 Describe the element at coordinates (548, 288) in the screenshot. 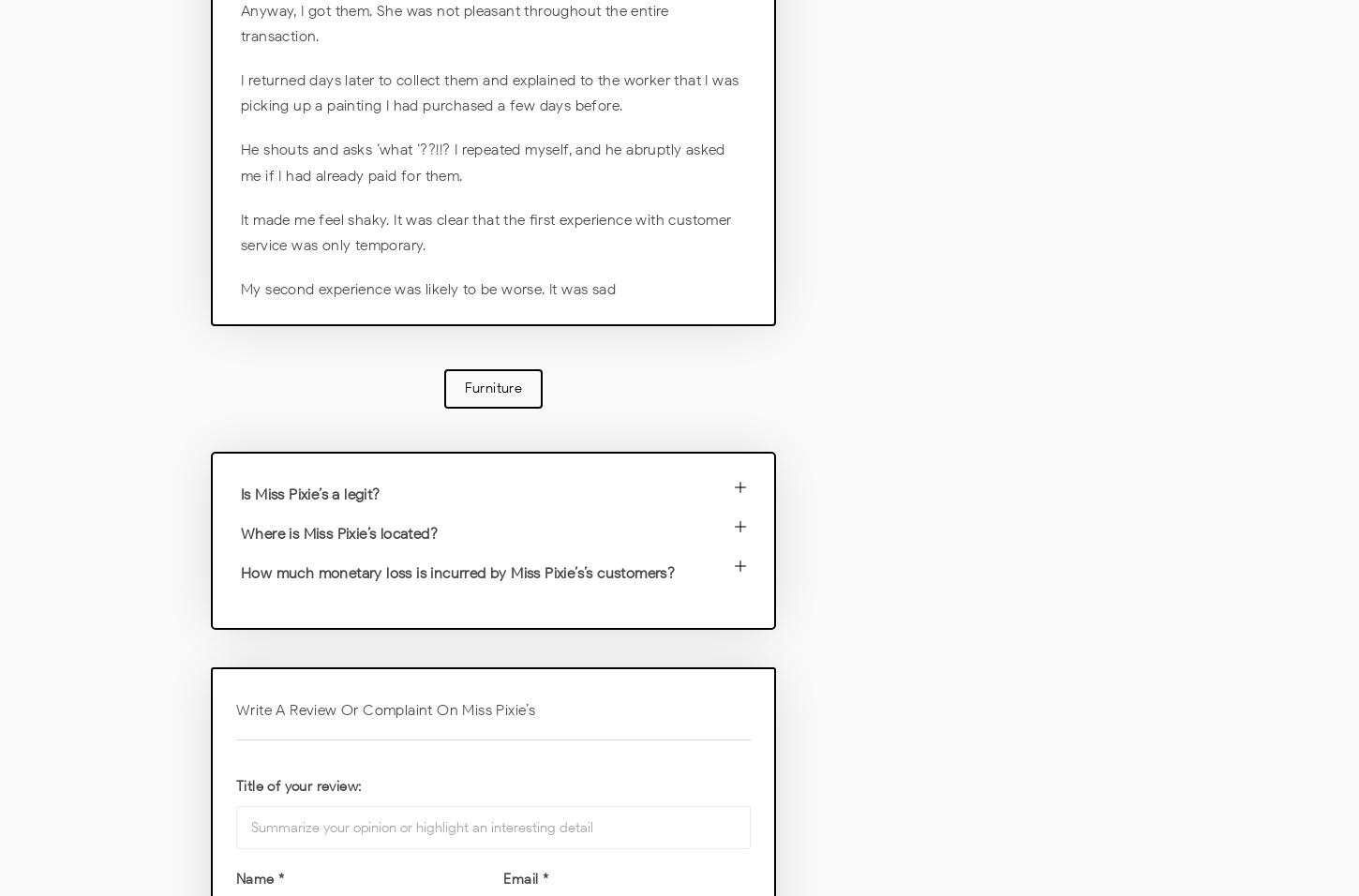

I see `'It was sad'` at that location.